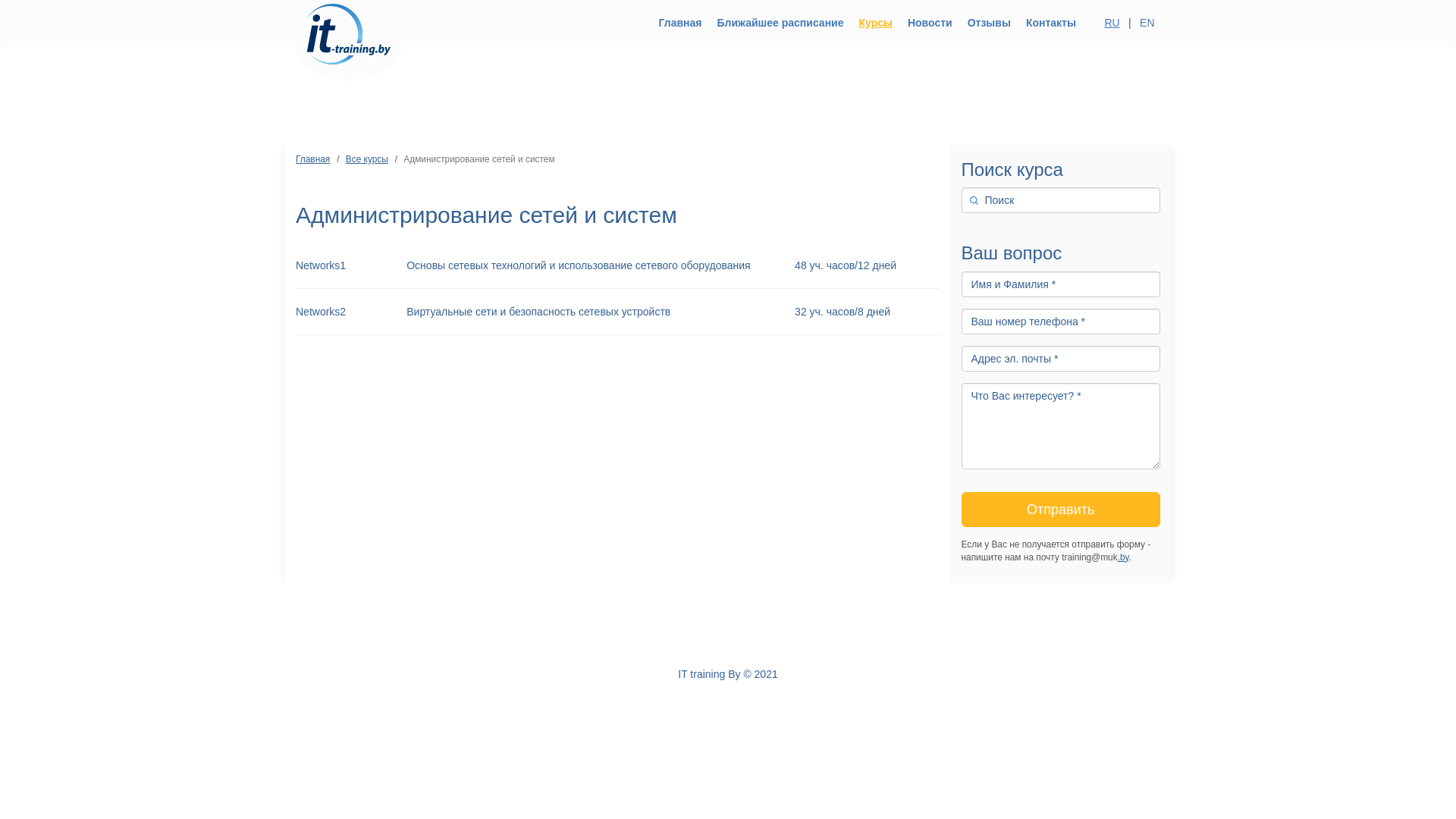 This screenshot has width=1456, height=819. I want to click on 'training@muk.by', so click(631, 620).